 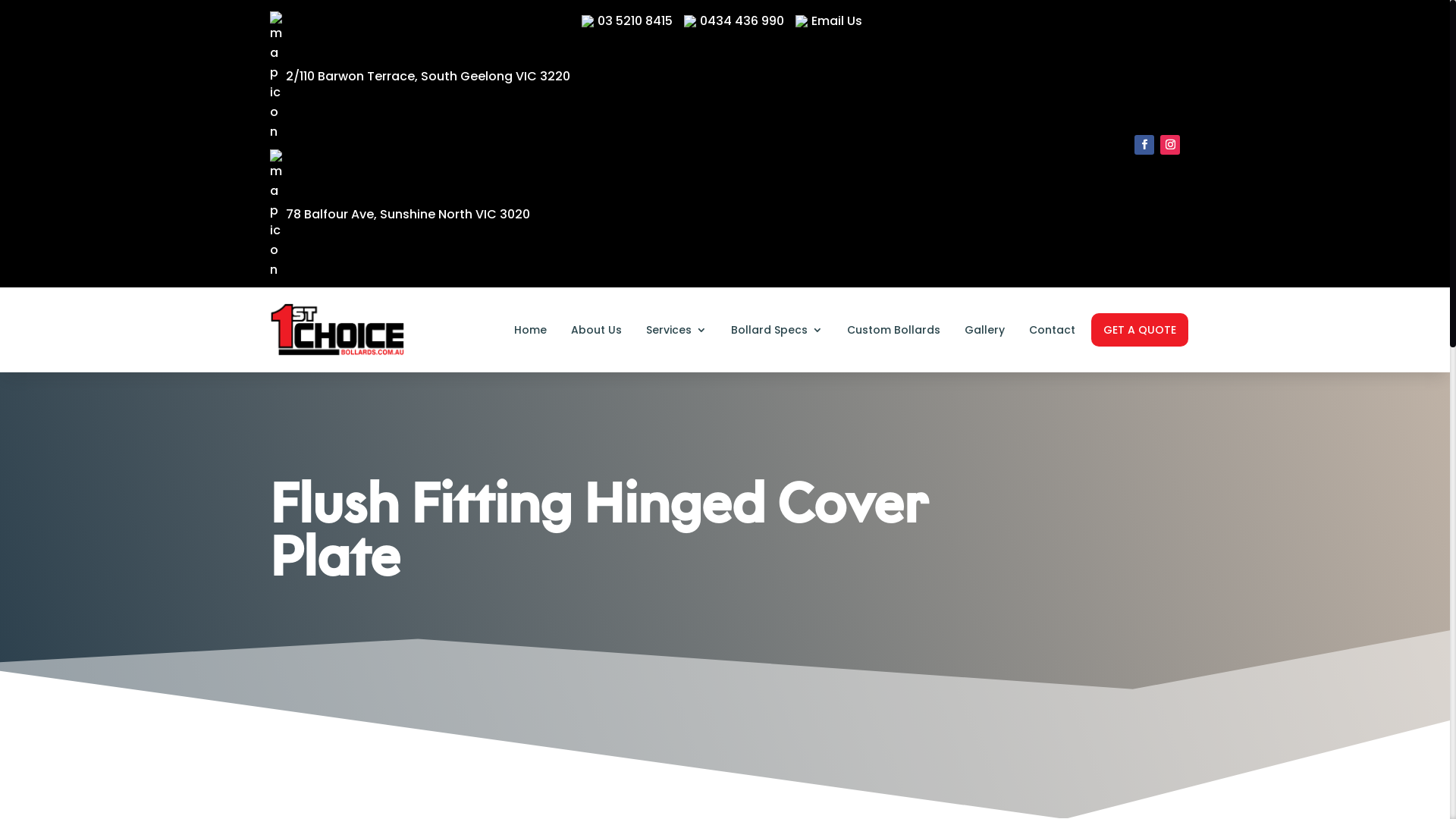 What do you see at coordinates (734, 20) in the screenshot?
I see `'0434 436 990'` at bounding box center [734, 20].